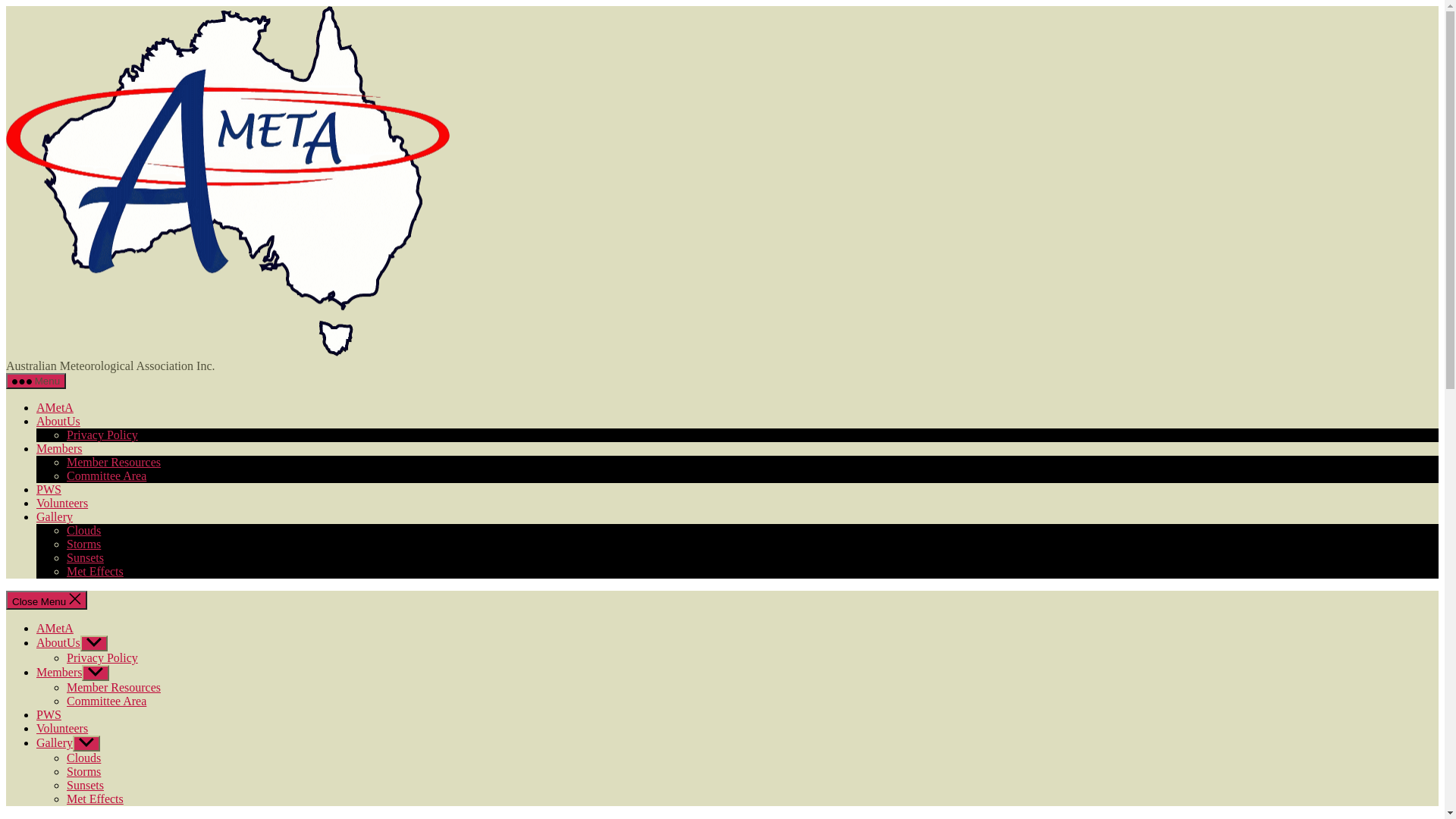  I want to click on 'Storms', so click(83, 771).